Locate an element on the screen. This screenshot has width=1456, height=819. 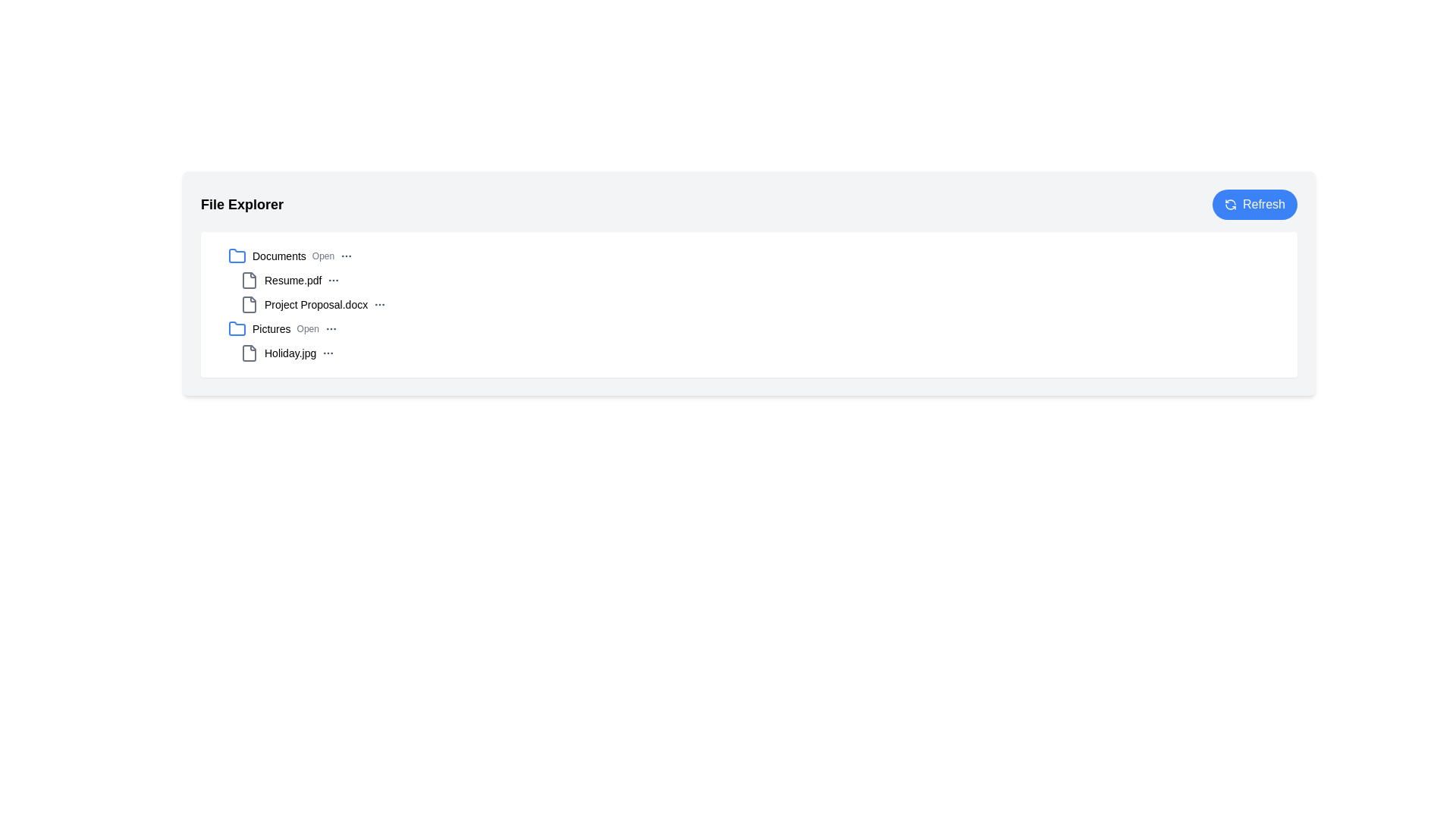
the ellipsis menu button icon represented by three horizontally aligned gray dots, located to the far right of the file name 'Holiday.jpg' is located at coordinates (328, 353).